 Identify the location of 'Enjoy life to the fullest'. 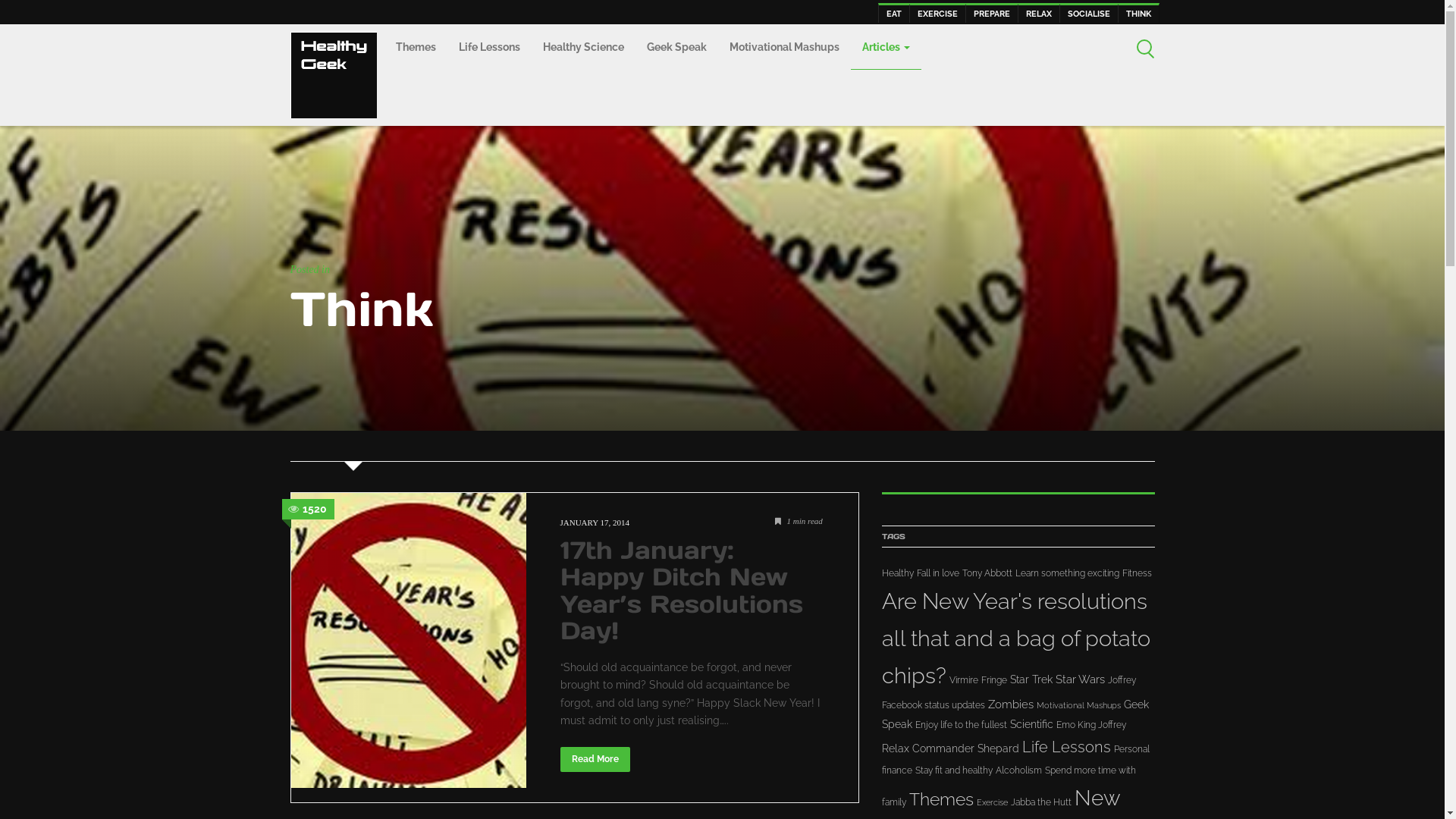
(913, 724).